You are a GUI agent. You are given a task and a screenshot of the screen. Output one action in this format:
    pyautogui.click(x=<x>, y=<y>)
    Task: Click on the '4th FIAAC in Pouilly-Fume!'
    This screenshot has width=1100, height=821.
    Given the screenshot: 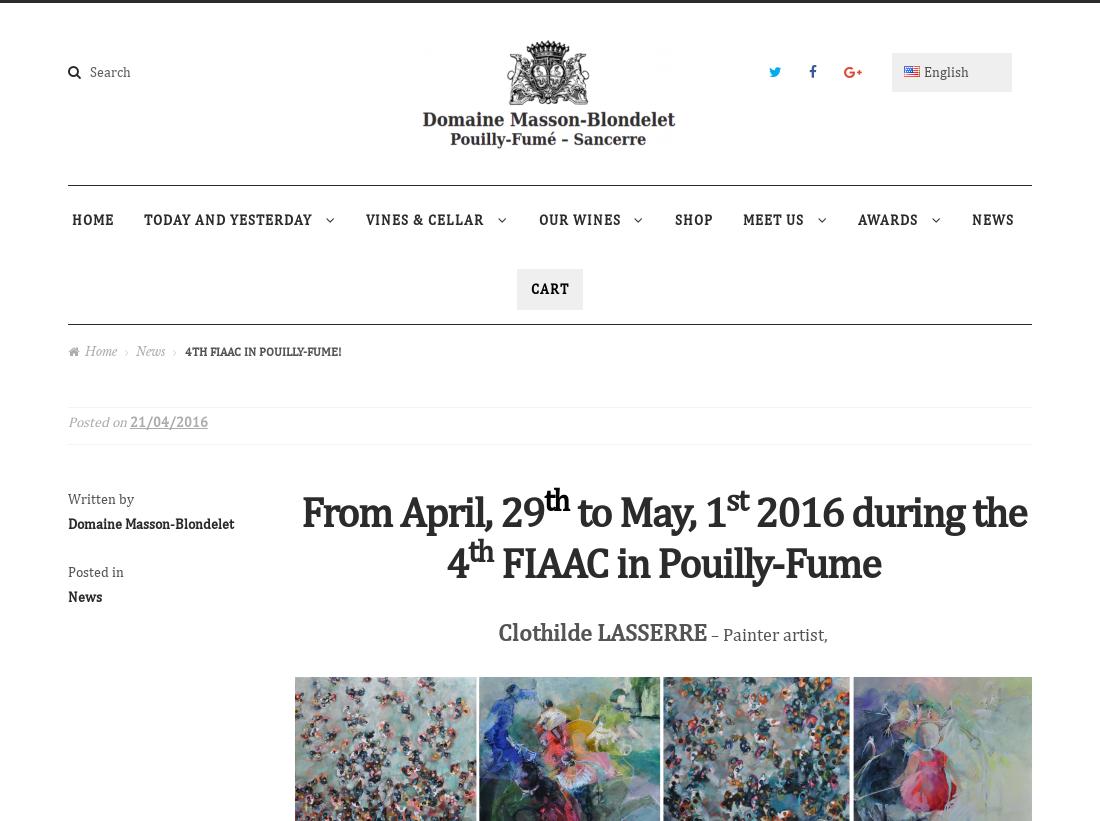 What is the action you would take?
    pyautogui.click(x=262, y=350)
    